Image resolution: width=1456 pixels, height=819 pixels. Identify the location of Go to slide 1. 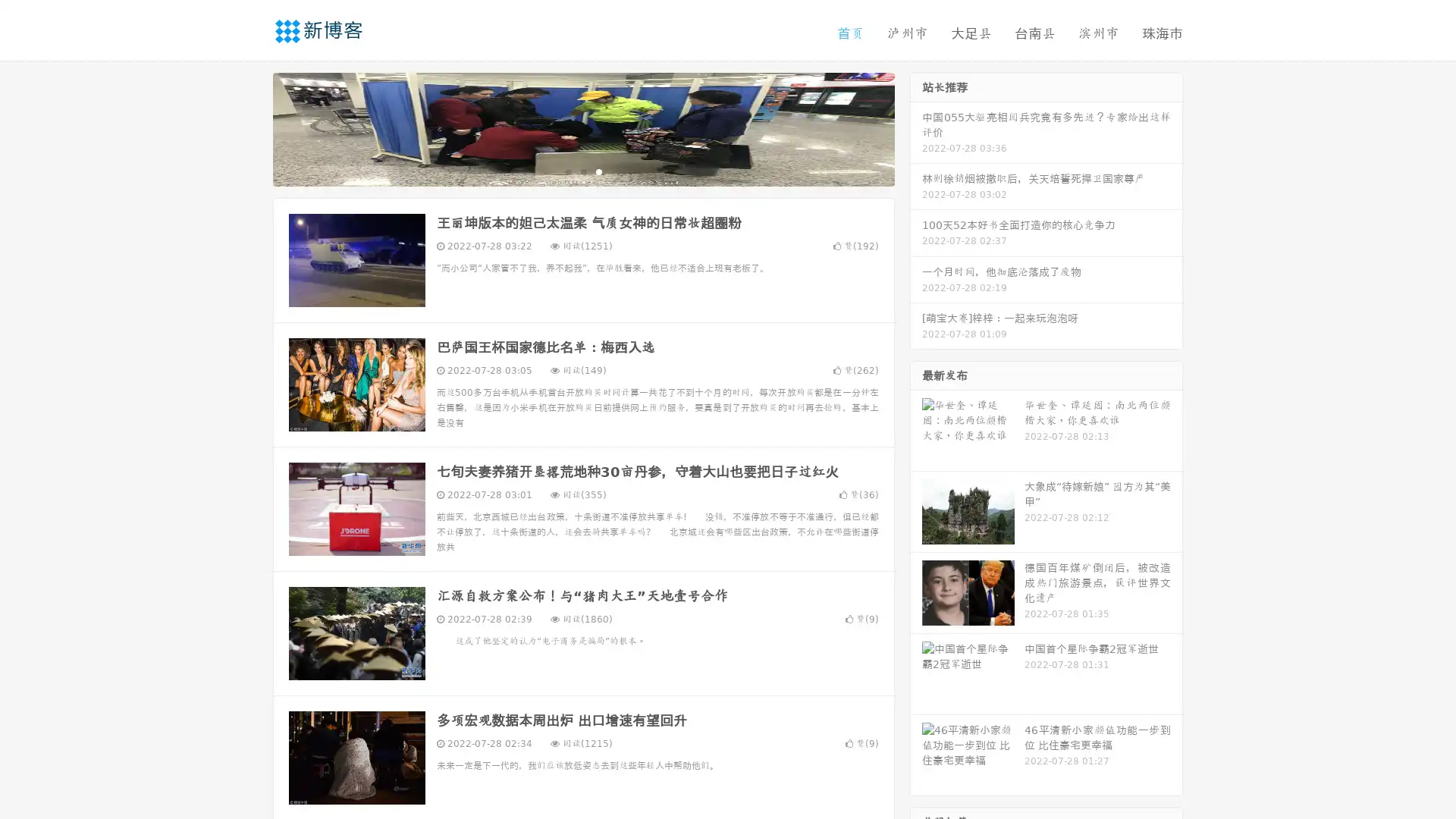
(567, 171).